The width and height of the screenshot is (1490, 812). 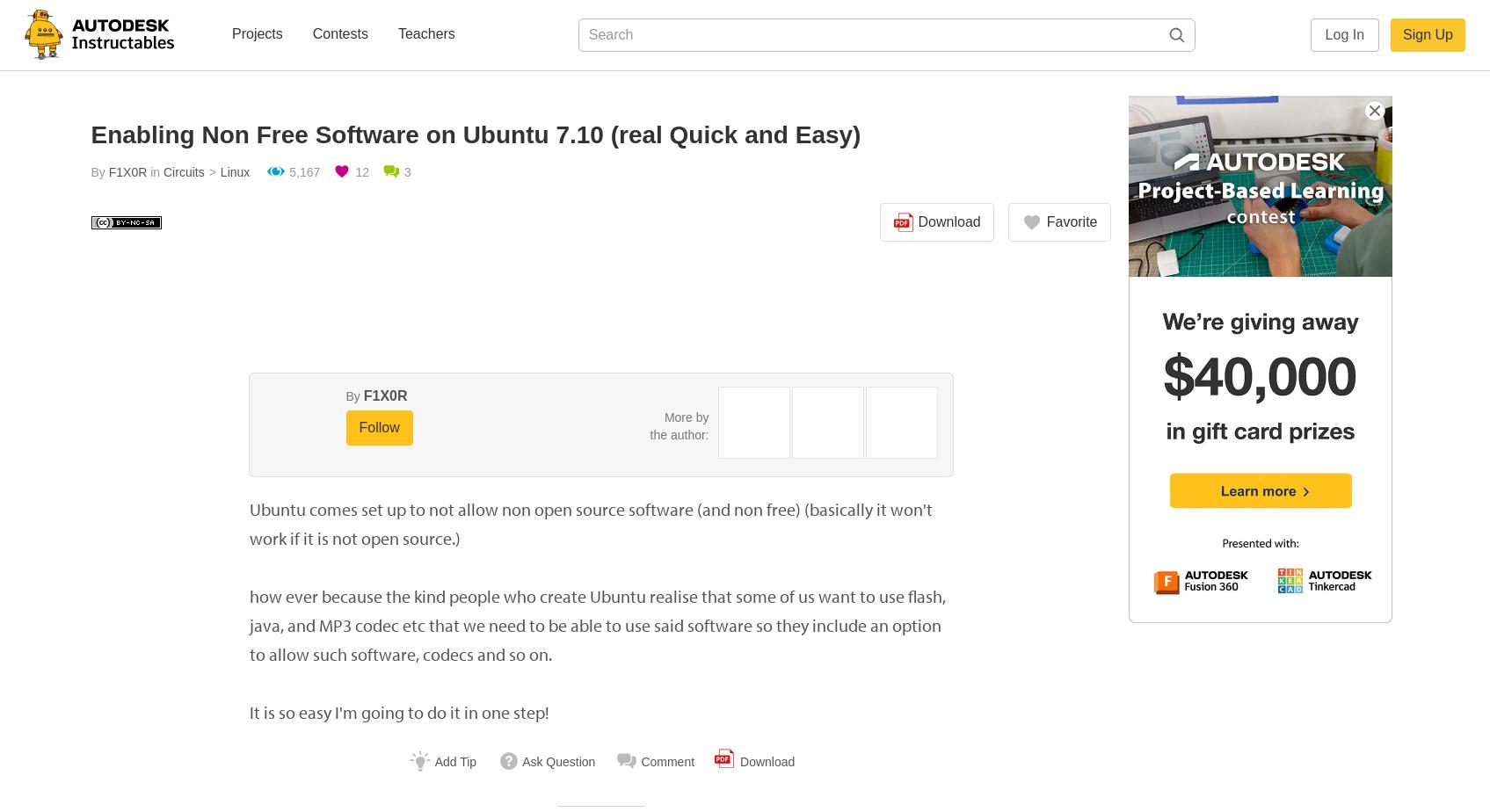 What do you see at coordinates (597, 625) in the screenshot?
I see `'how ever because the kind people who create Ubuntu realise that some of us want to use flash, java, and MP3 codec etc that we need to be able to use said  software so they include an option to allow such software, codecs and so on.'` at bounding box center [597, 625].